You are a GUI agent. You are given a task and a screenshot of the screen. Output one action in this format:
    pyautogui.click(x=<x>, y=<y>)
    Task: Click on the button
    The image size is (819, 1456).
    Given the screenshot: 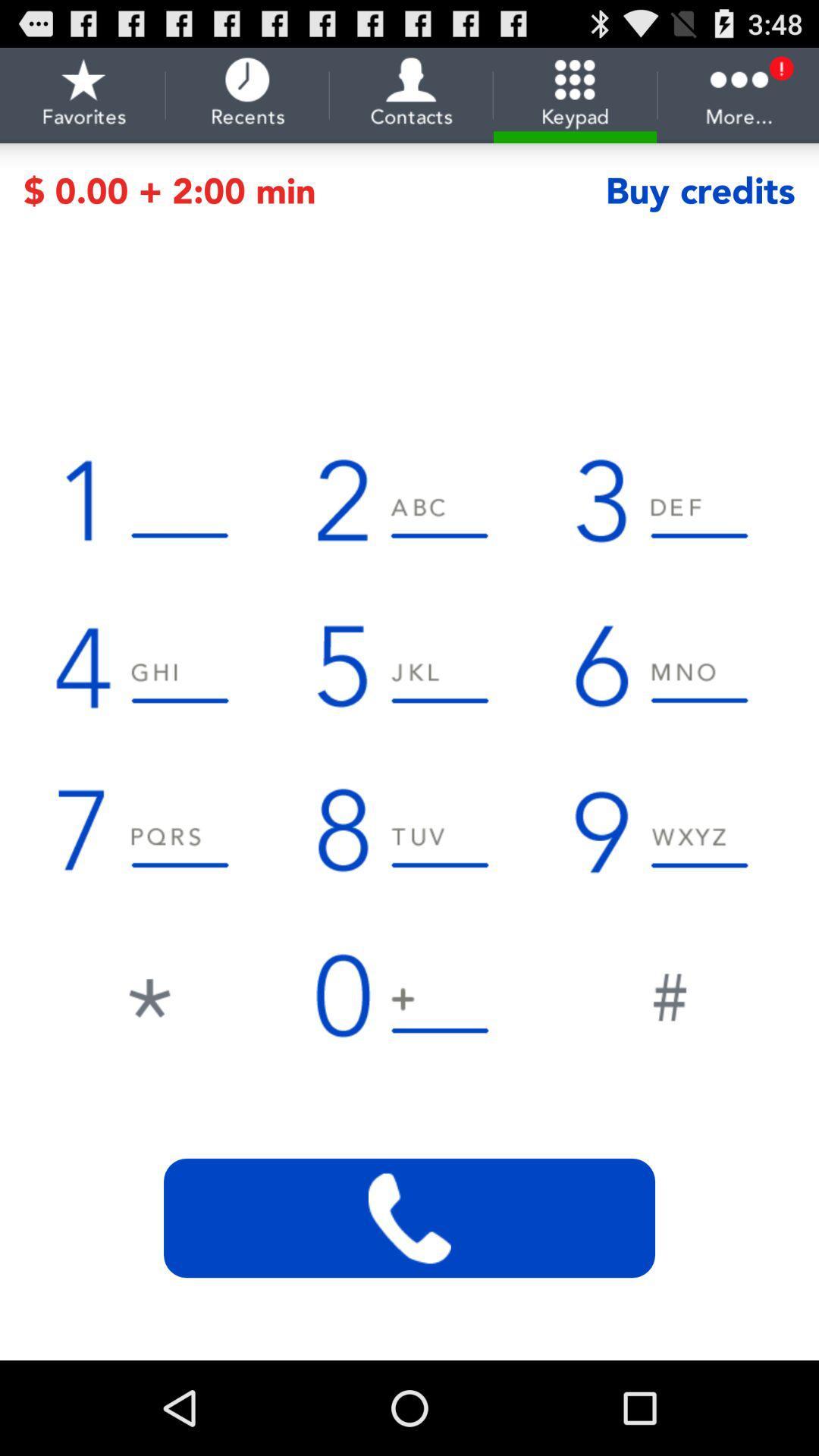 What is the action you would take?
    pyautogui.click(x=669, y=993)
    